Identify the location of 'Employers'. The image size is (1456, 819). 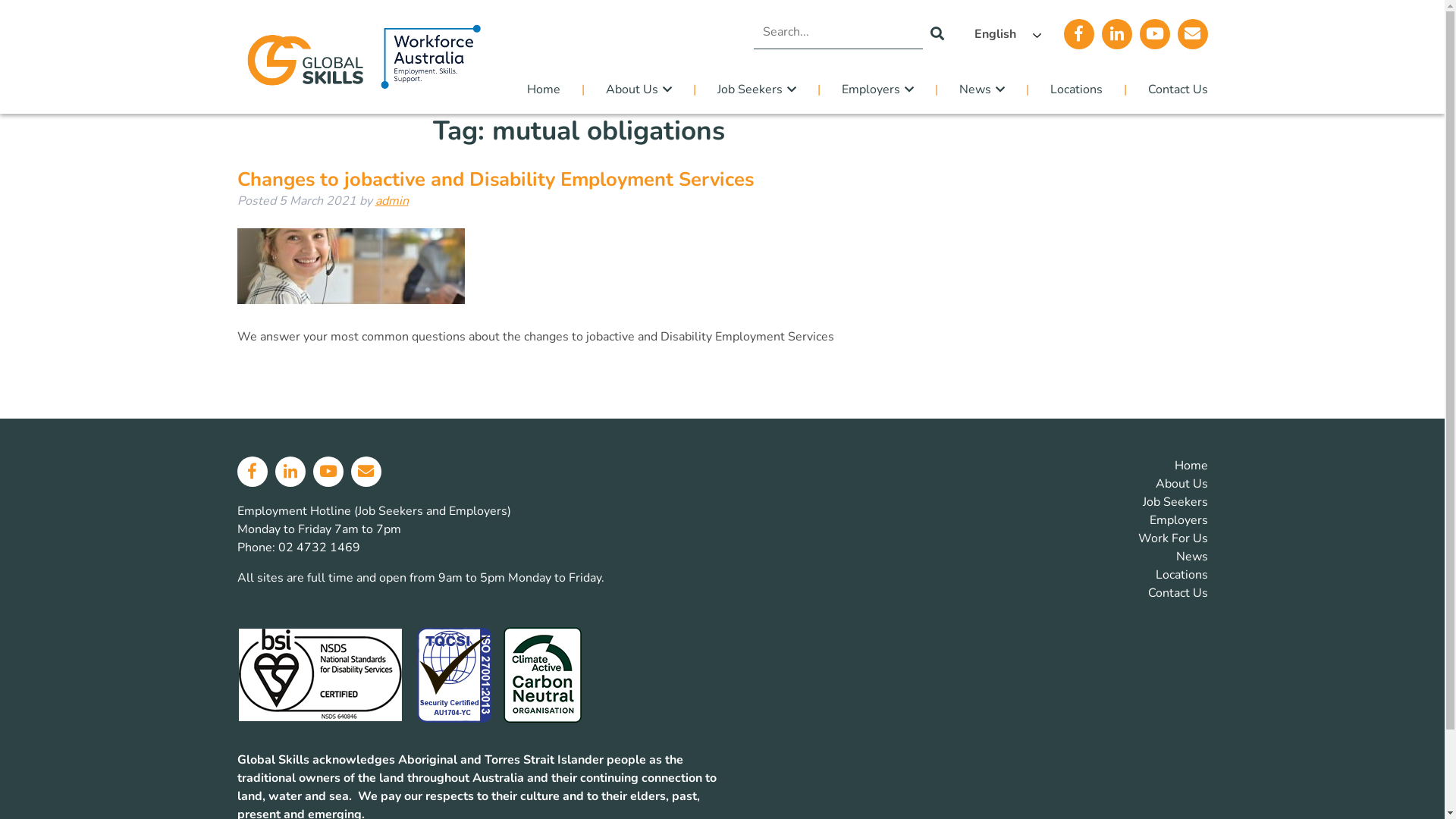
(1178, 519).